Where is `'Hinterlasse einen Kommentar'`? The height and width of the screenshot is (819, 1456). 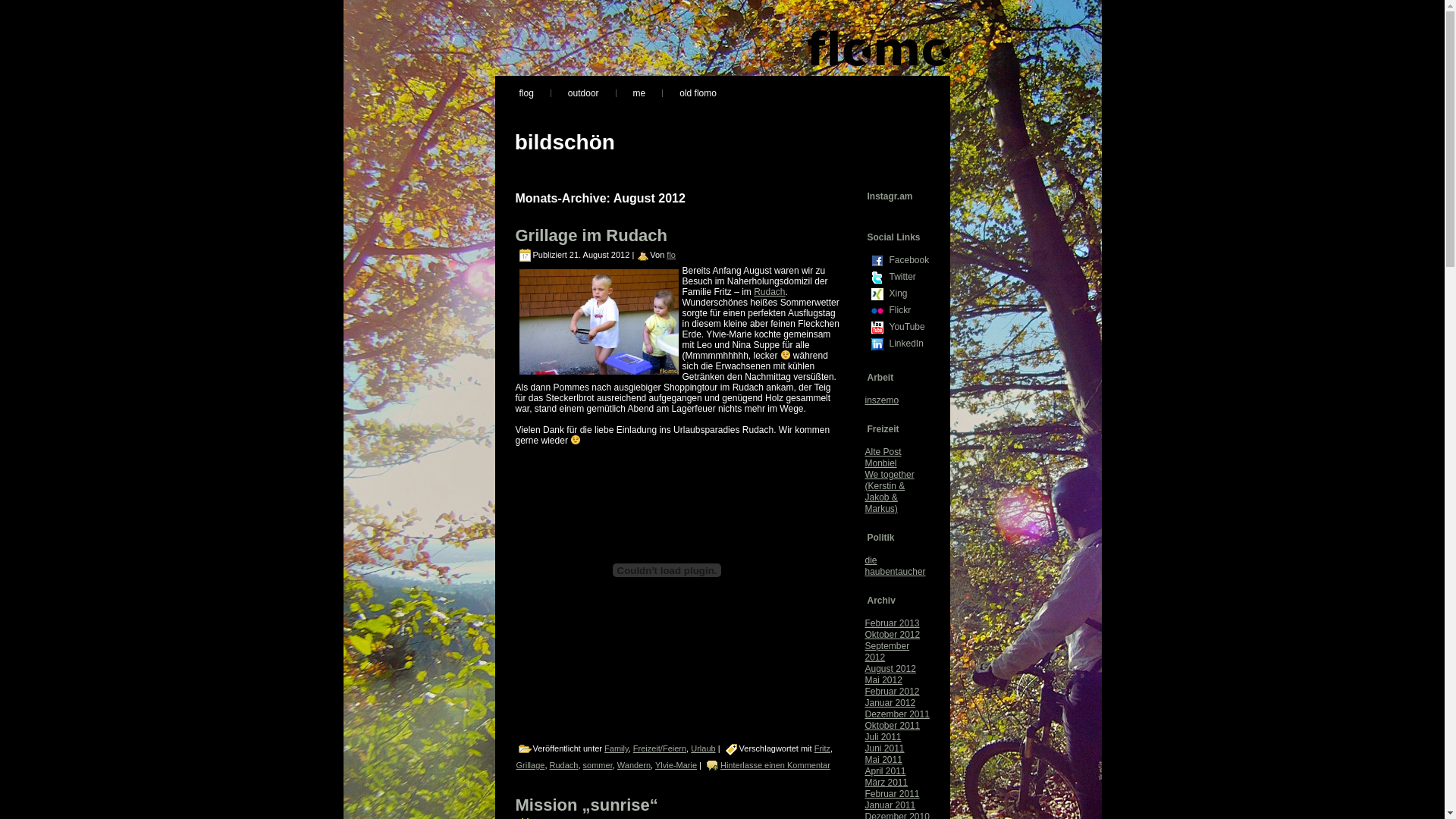 'Hinterlasse einen Kommentar' is located at coordinates (775, 765).